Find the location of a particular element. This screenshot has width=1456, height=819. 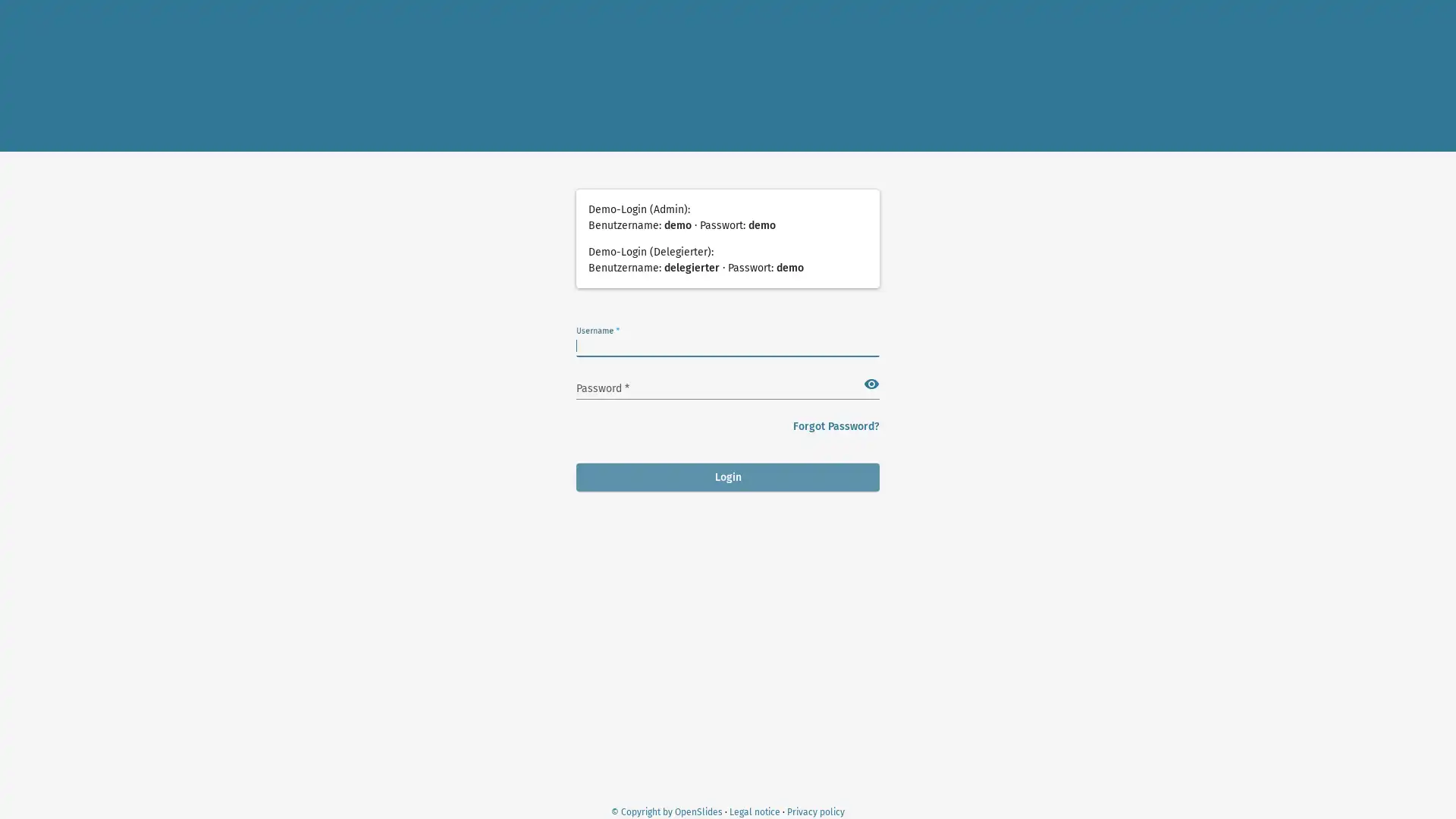

Login is located at coordinates (728, 476).